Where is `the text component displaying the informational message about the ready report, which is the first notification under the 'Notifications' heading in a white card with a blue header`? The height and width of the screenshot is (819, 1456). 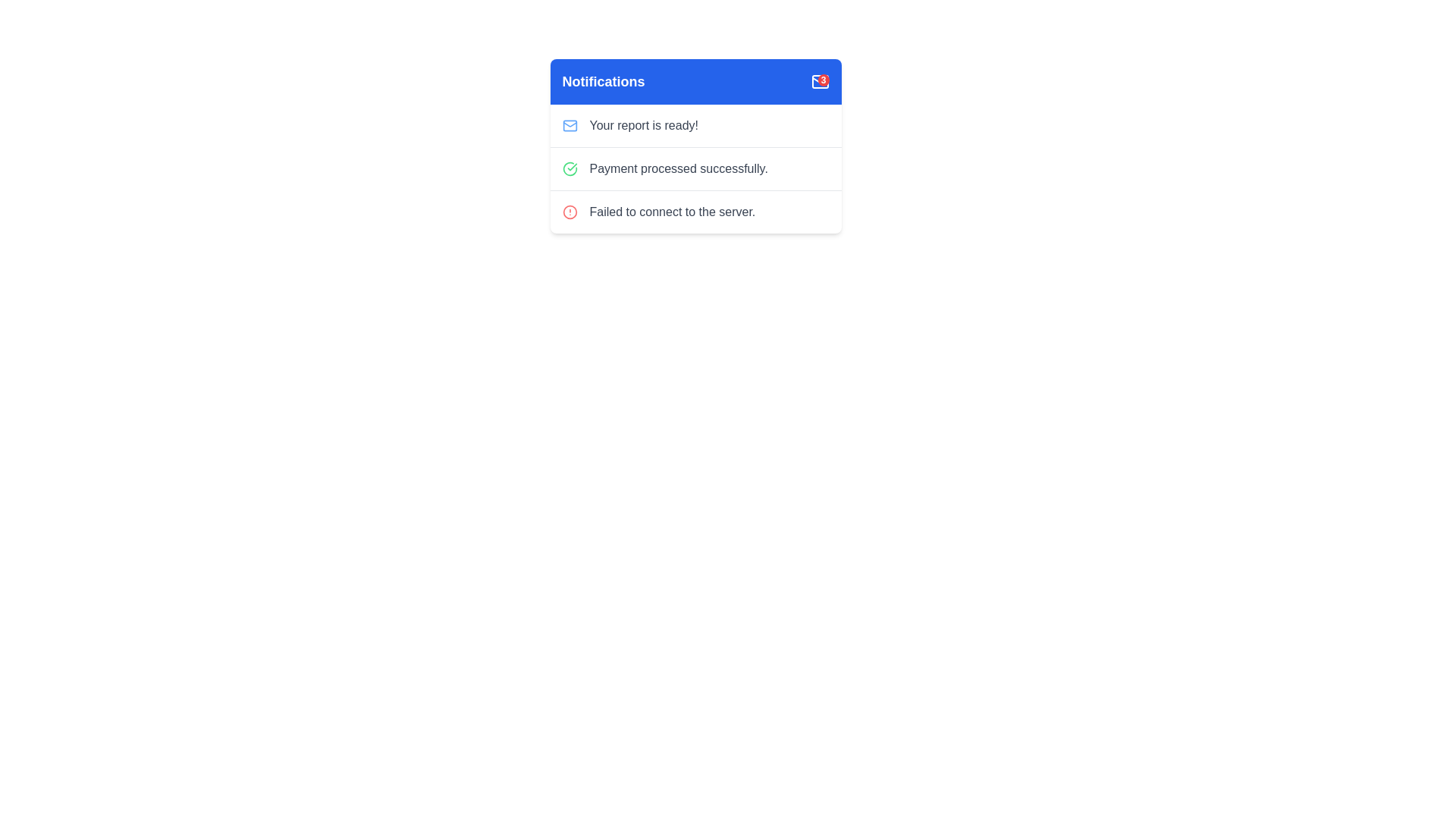
the text component displaying the informational message about the ready report, which is the first notification under the 'Notifications' heading in a white card with a blue header is located at coordinates (644, 124).